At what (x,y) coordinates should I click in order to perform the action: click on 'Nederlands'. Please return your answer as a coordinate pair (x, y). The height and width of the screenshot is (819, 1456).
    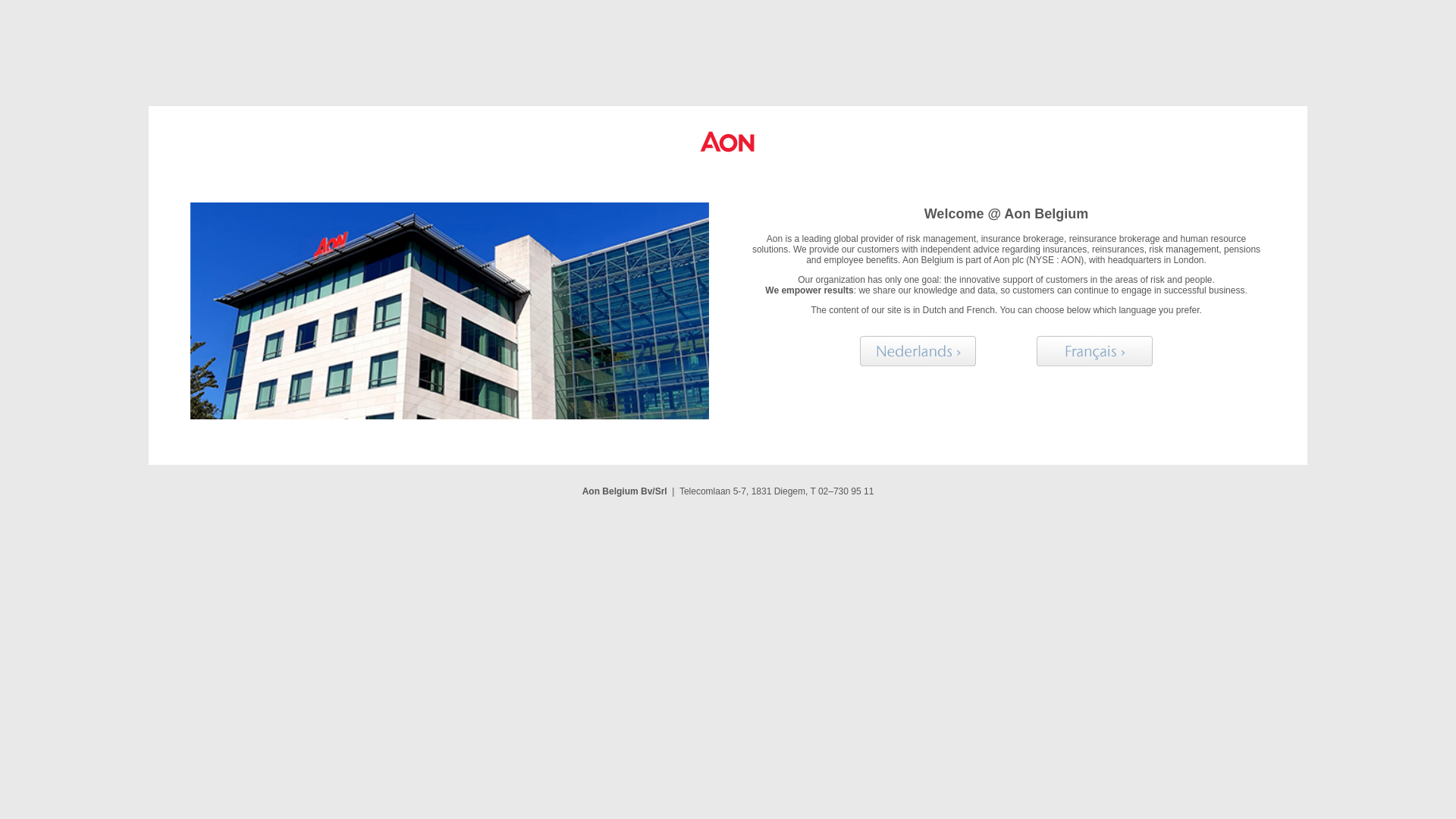
    Looking at the image, I should click on (859, 350).